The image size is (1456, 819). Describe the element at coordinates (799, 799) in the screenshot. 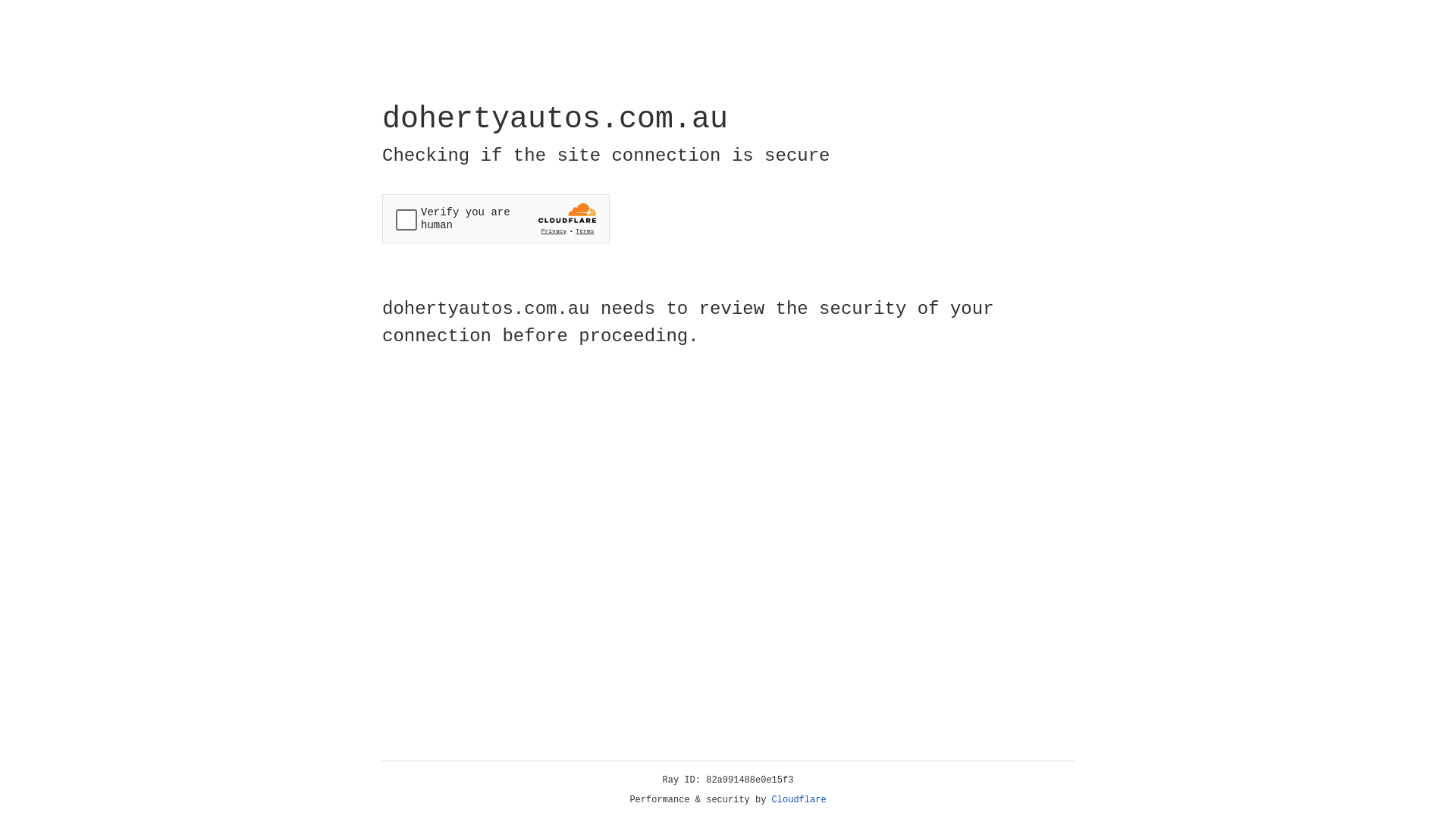

I see `'Cloudflare'` at that location.